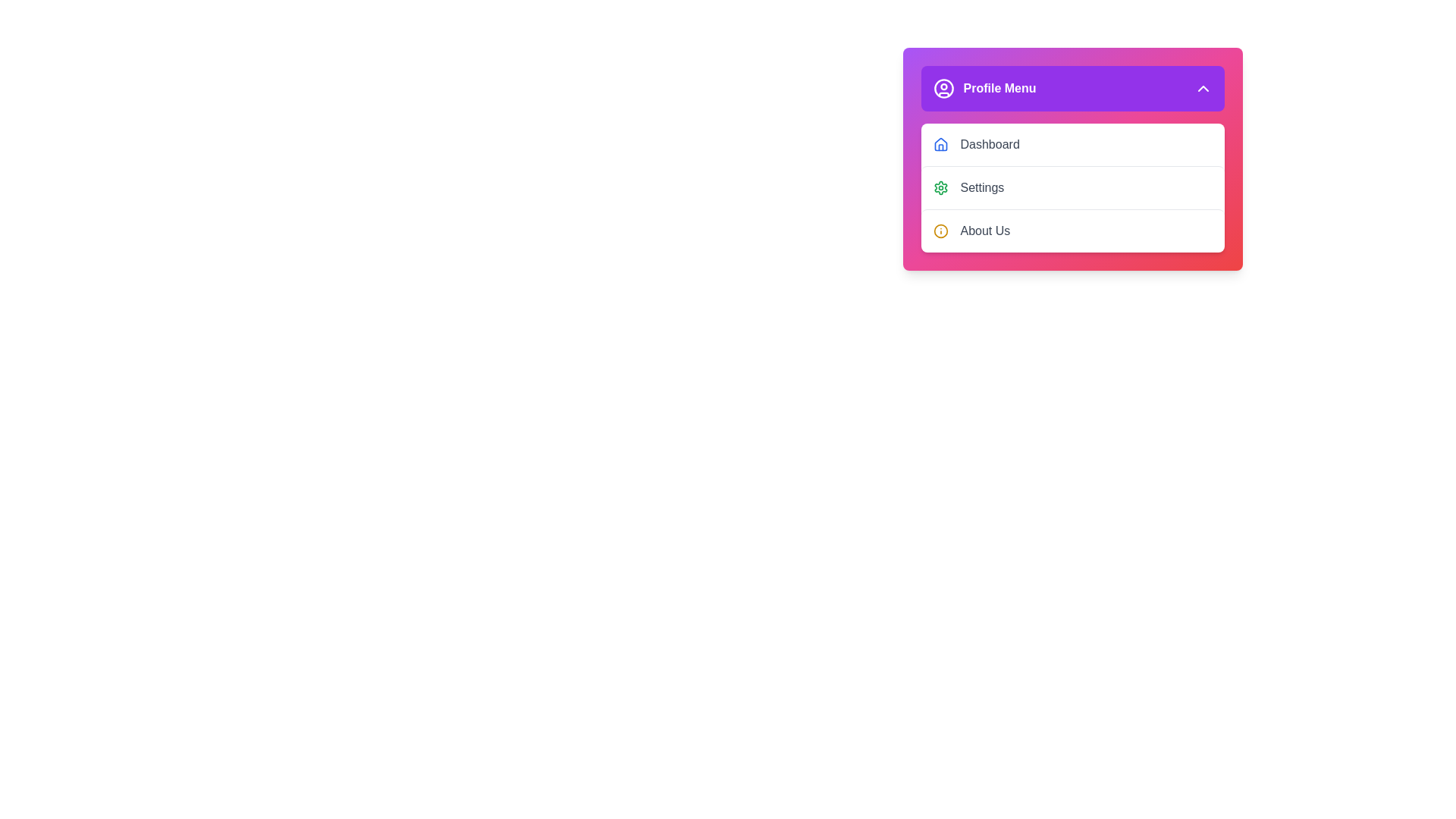  Describe the element at coordinates (1072, 187) in the screenshot. I see `the menu item Settings from the Profile Menu` at that location.